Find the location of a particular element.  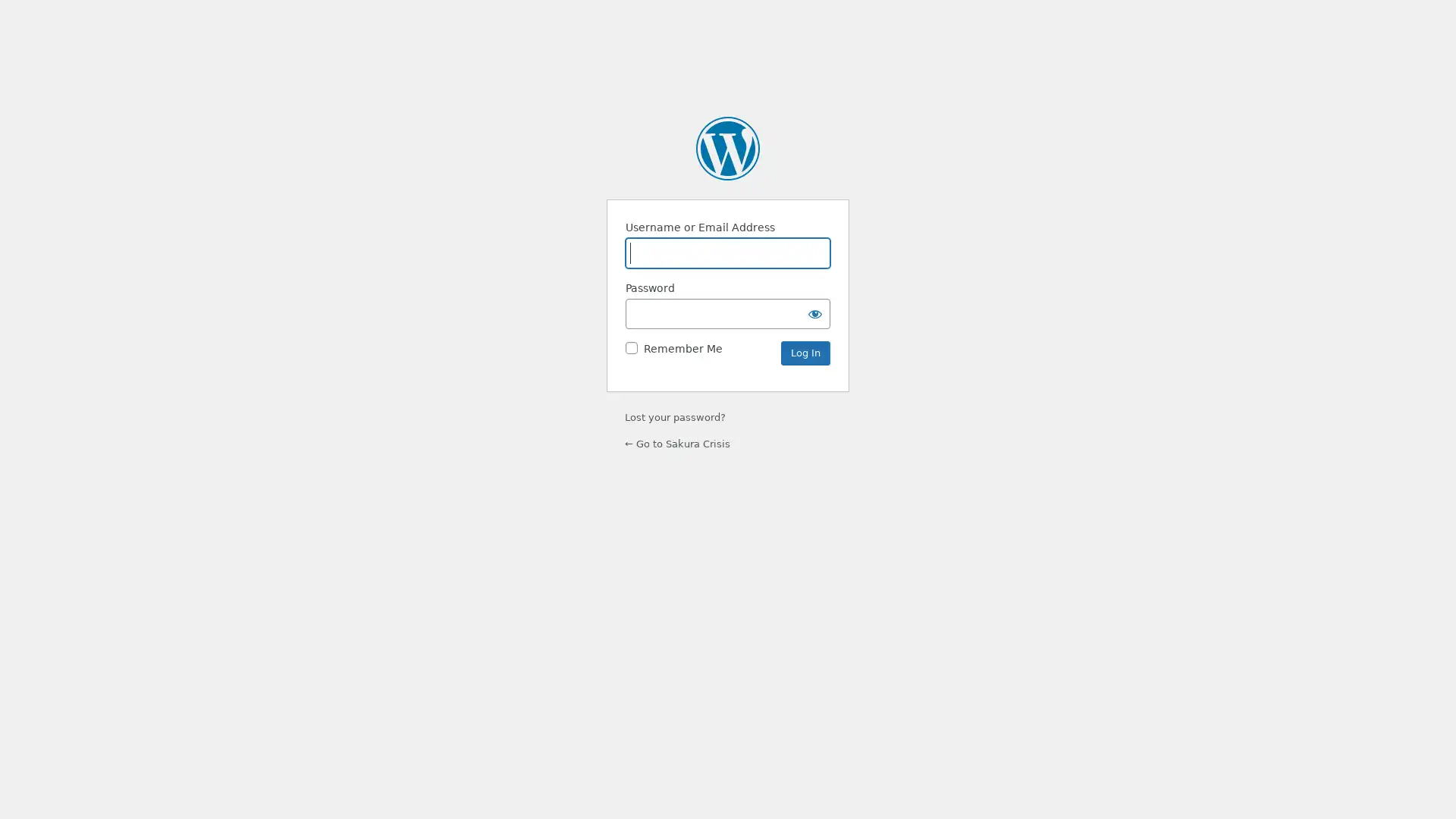

Show password is located at coordinates (814, 312).